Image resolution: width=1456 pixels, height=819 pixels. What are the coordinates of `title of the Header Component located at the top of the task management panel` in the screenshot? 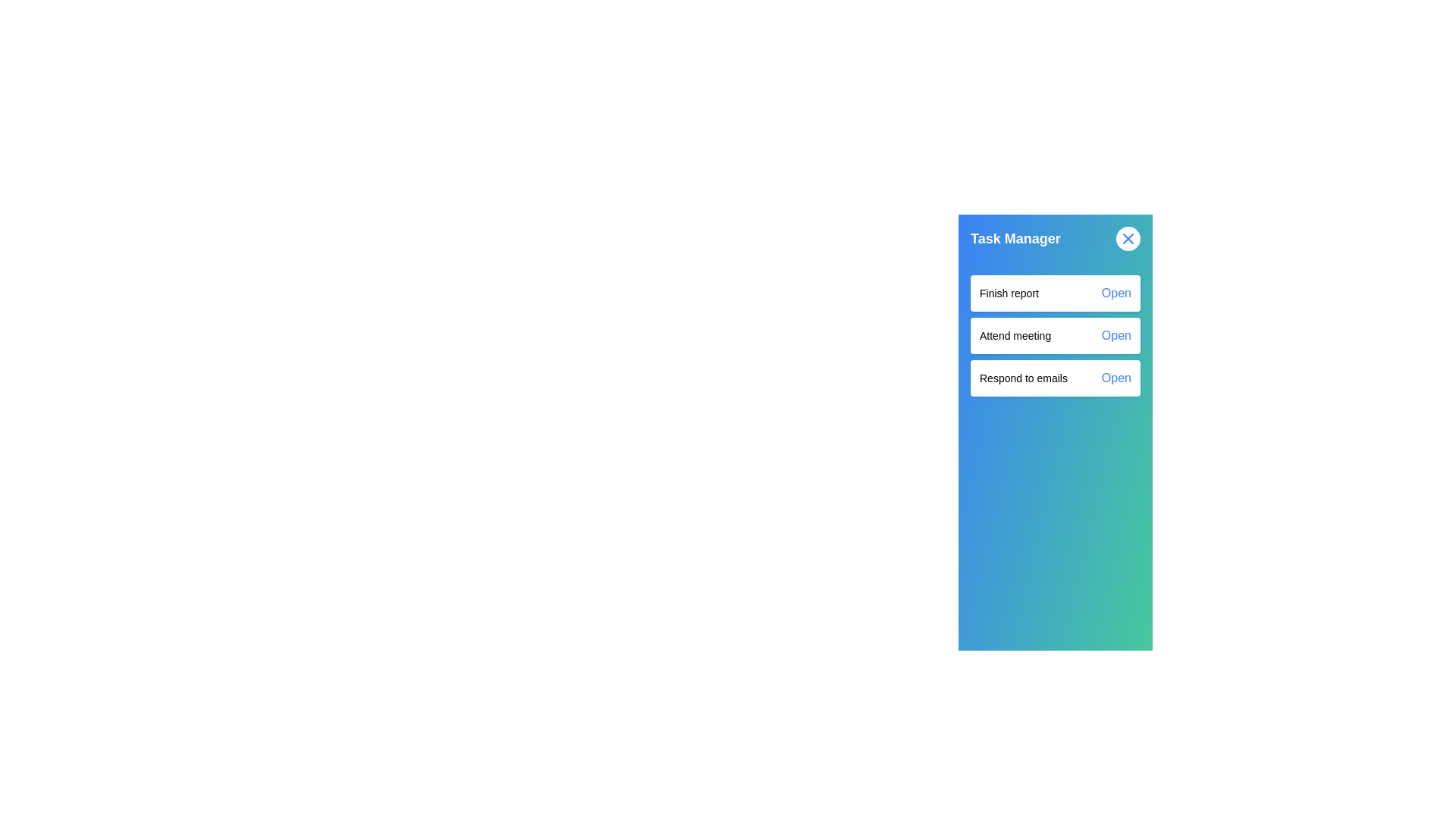 It's located at (1055, 239).